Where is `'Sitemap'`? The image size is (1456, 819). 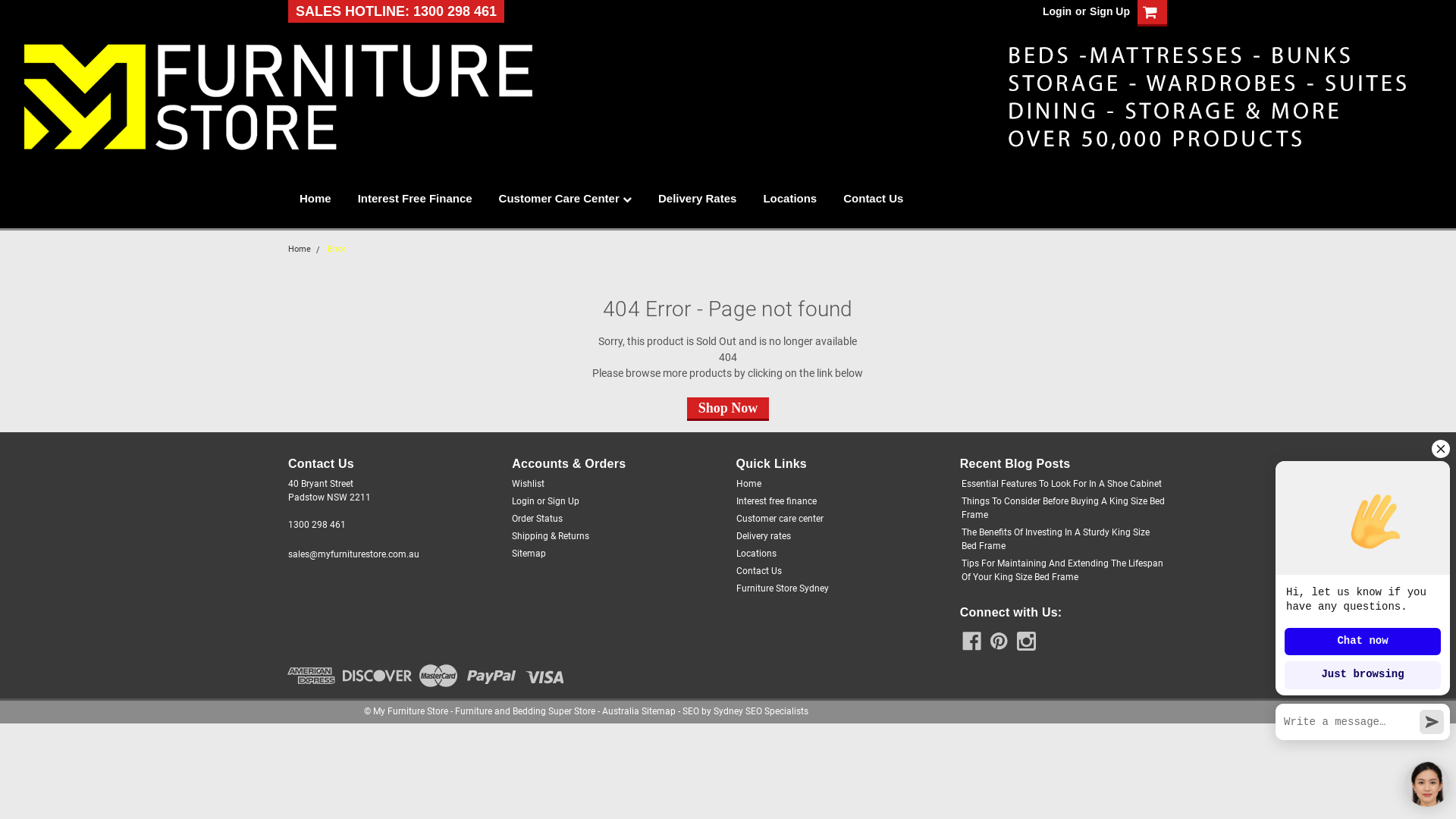
'Sitemap' is located at coordinates (641, 711).